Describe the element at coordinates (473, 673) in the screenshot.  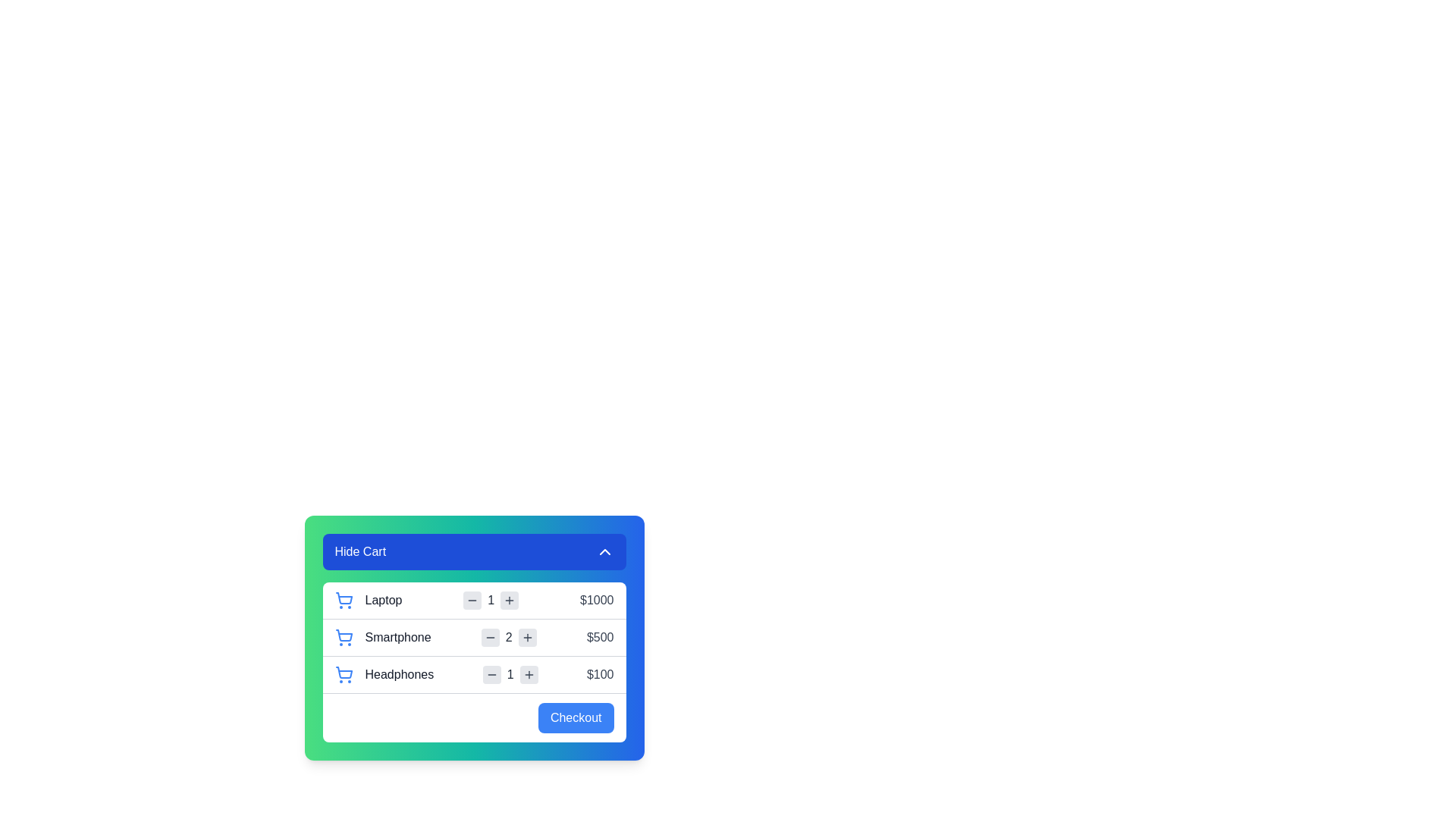
I see `product details from the interactive UI component labeled 'Headphones' in the shopping cart, which includes its quantity of '1' and price of '$100'` at that location.